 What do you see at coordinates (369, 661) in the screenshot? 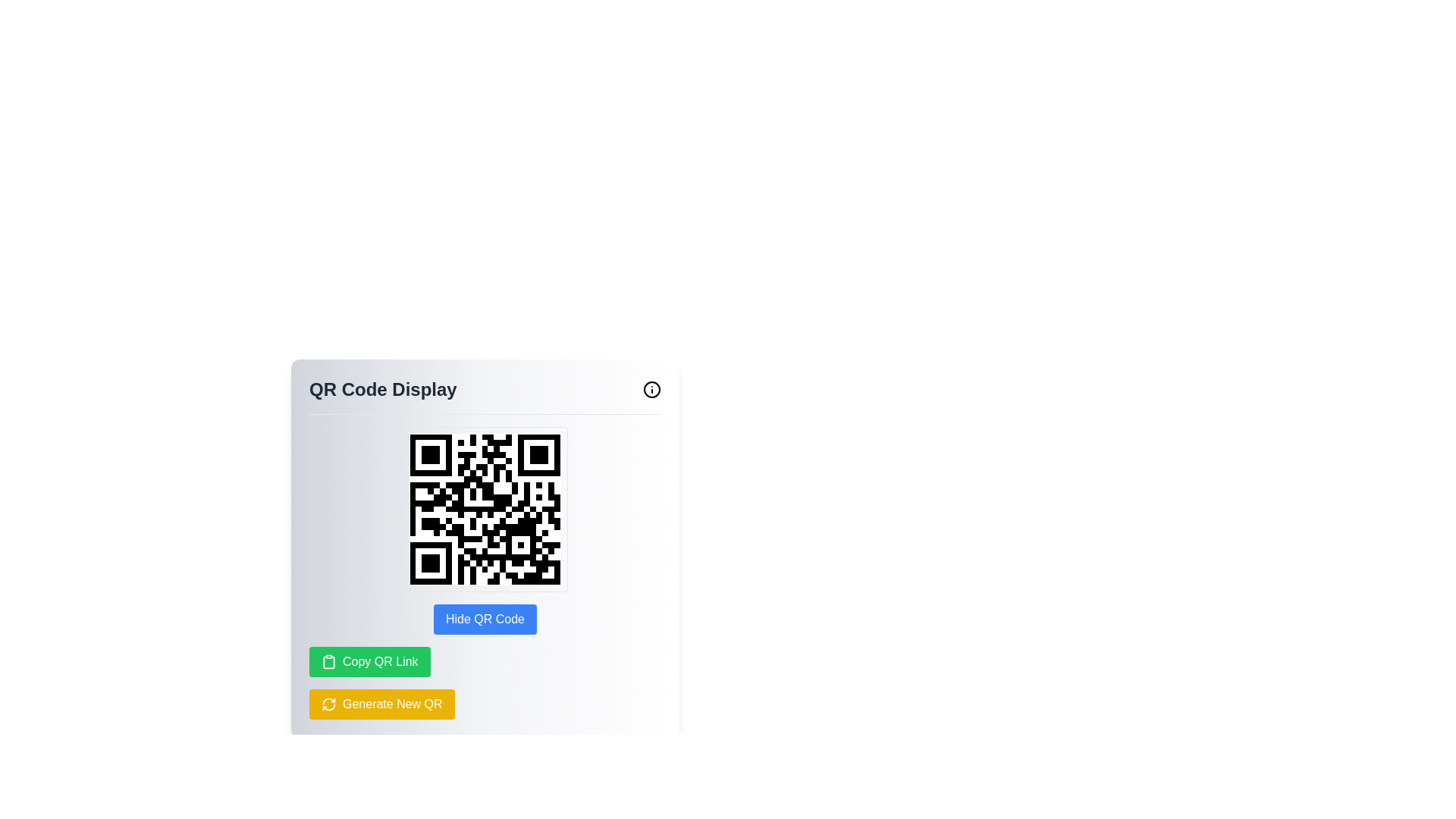
I see `the button that copies the QR link to the clipboard, which is the second button from the top in the group of buttons below the QR code display` at bounding box center [369, 661].